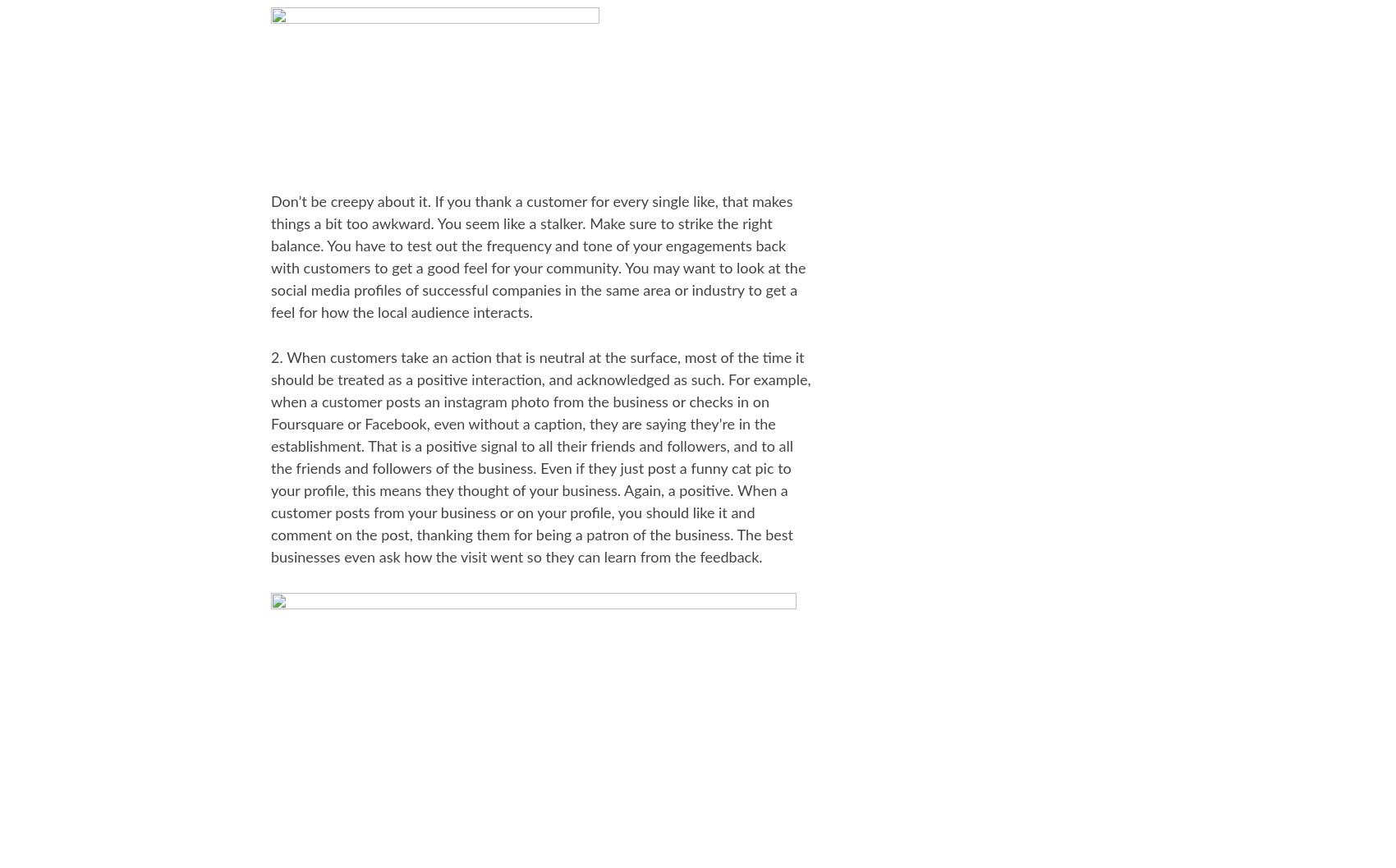  What do you see at coordinates (894, 580) in the screenshot?
I see `'Contact Us'` at bounding box center [894, 580].